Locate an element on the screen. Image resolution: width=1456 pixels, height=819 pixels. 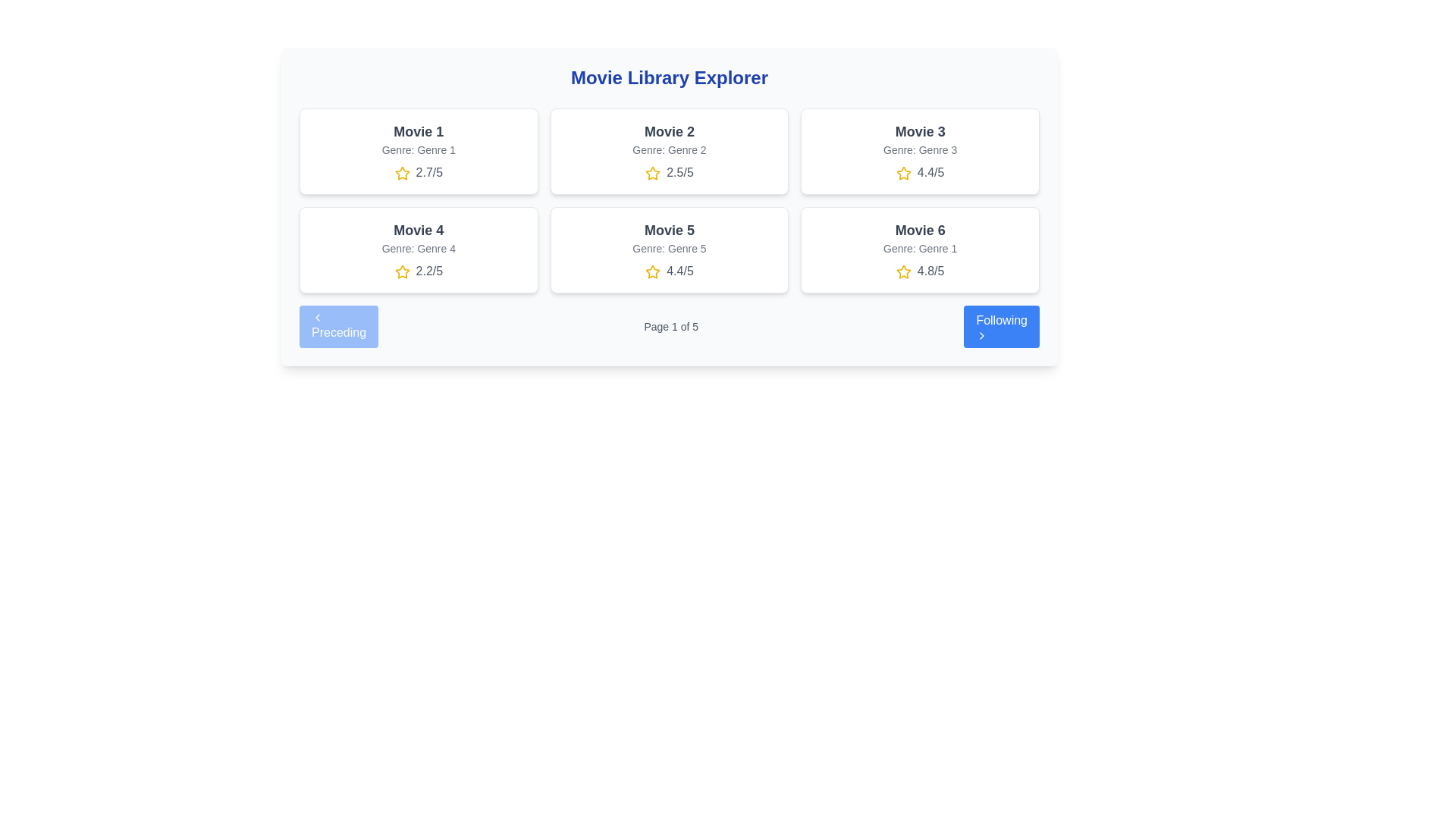
the right-pointing chevron icon located near the right side of the 'Following' button's text is located at coordinates (982, 335).